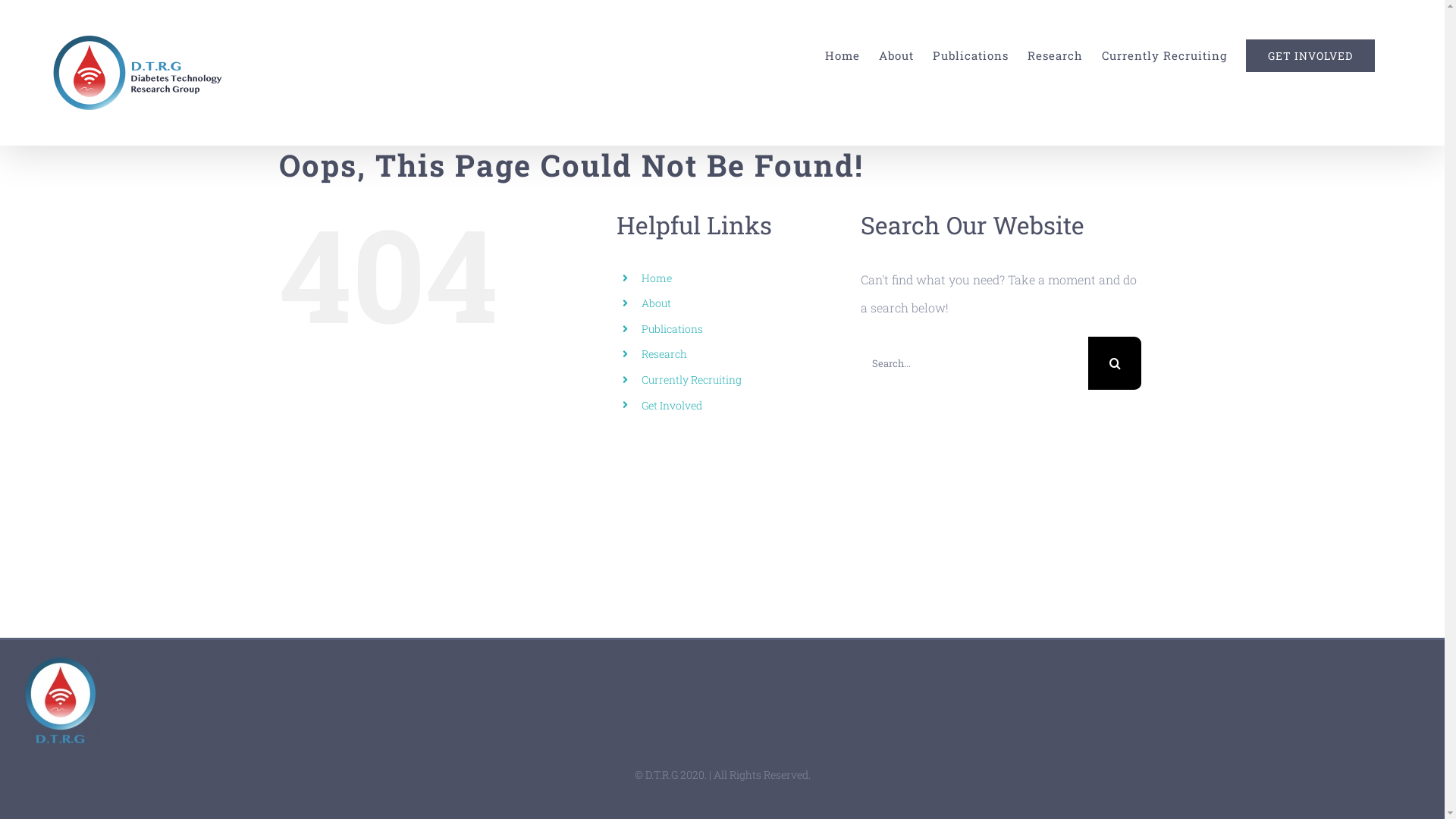 The width and height of the screenshot is (1456, 819). Describe the element at coordinates (691, 378) in the screenshot. I see `'Currently Recruiting'` at that location.